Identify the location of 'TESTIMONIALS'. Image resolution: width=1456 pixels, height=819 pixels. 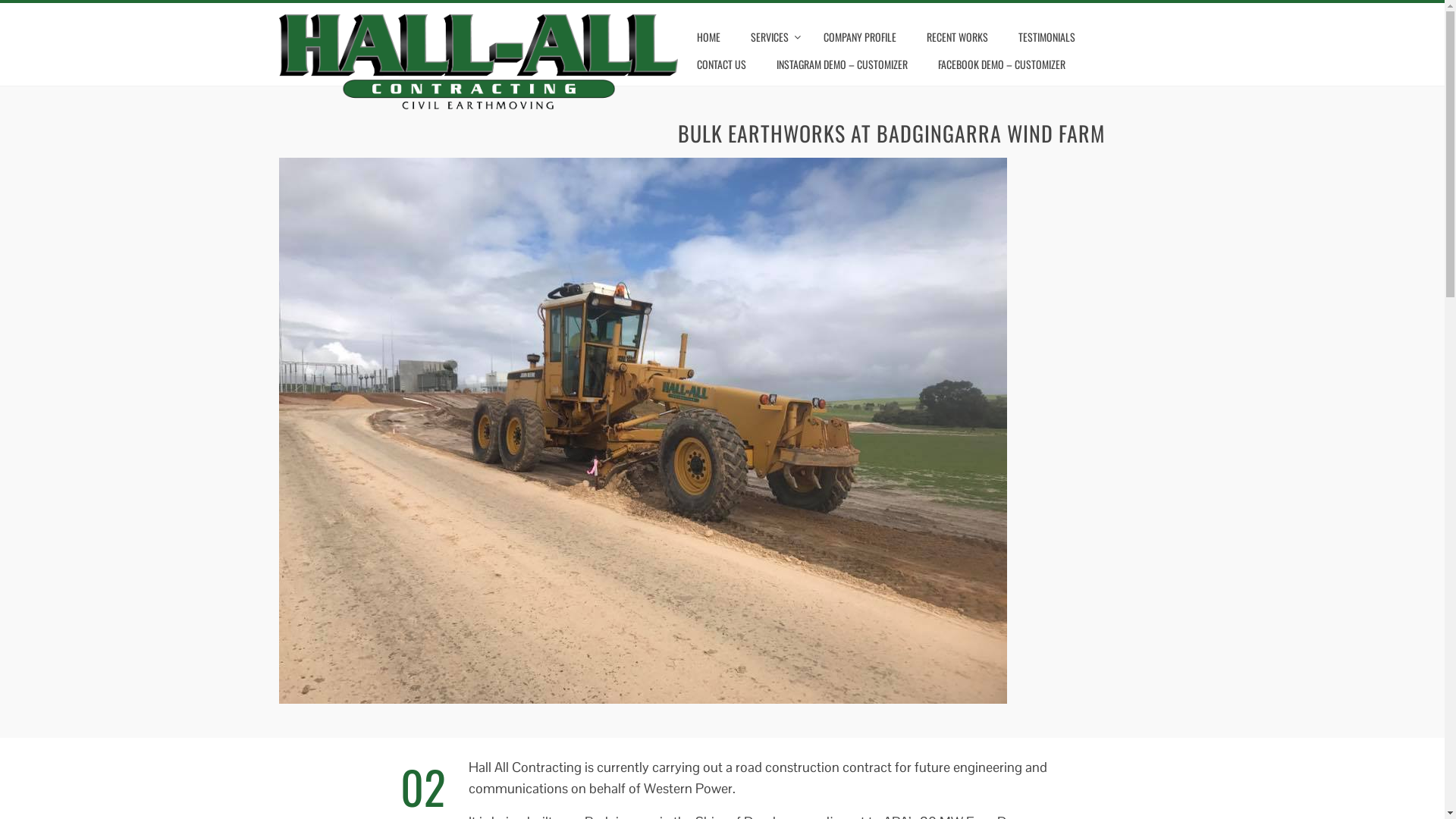
(1046, 36).